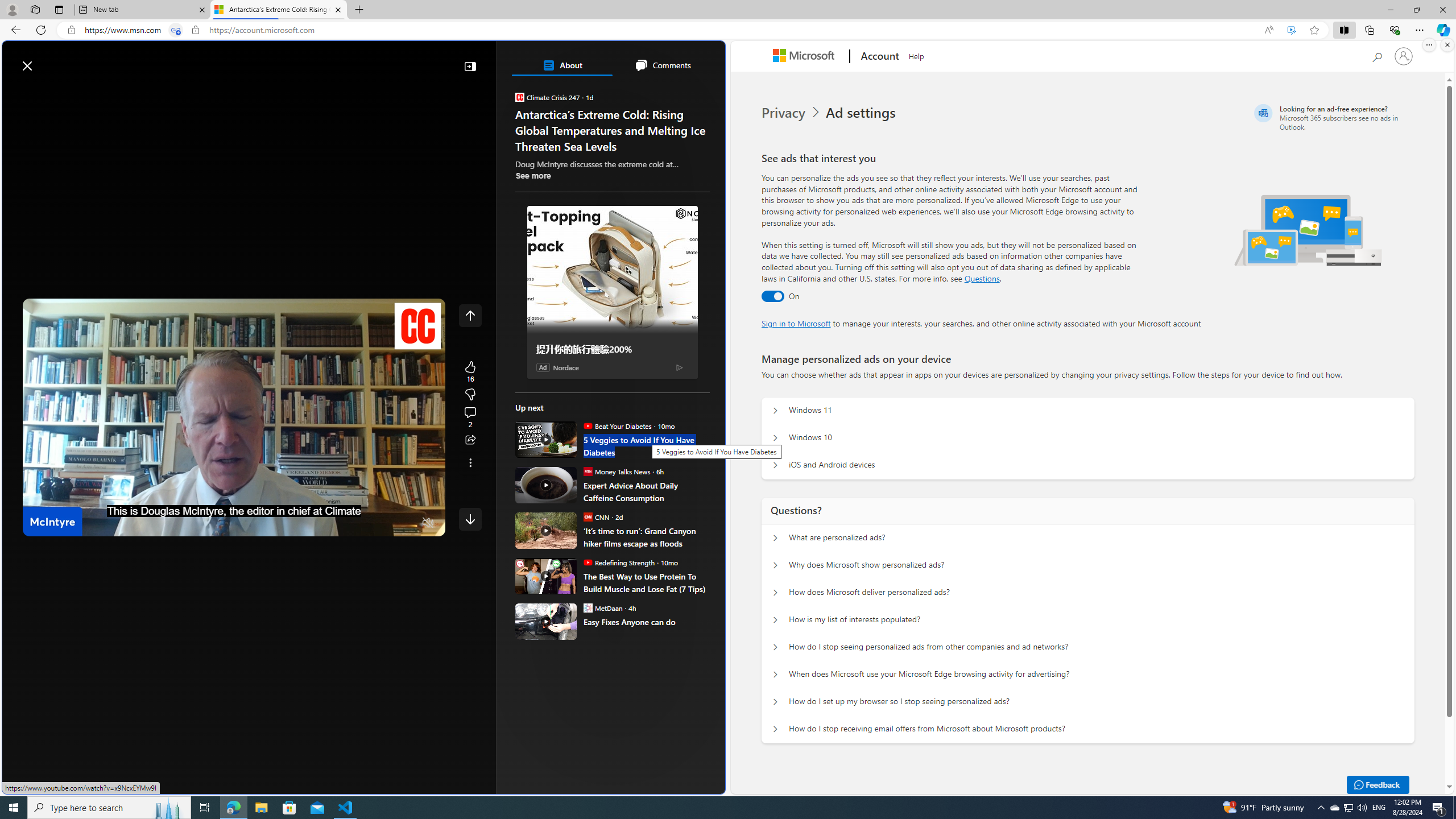 This screenshot has height=819, width=1456. What do you see at coordinates (586, 470) in the screenshot?
I see `'Money Talks News'` at bounding box center [586, 470].